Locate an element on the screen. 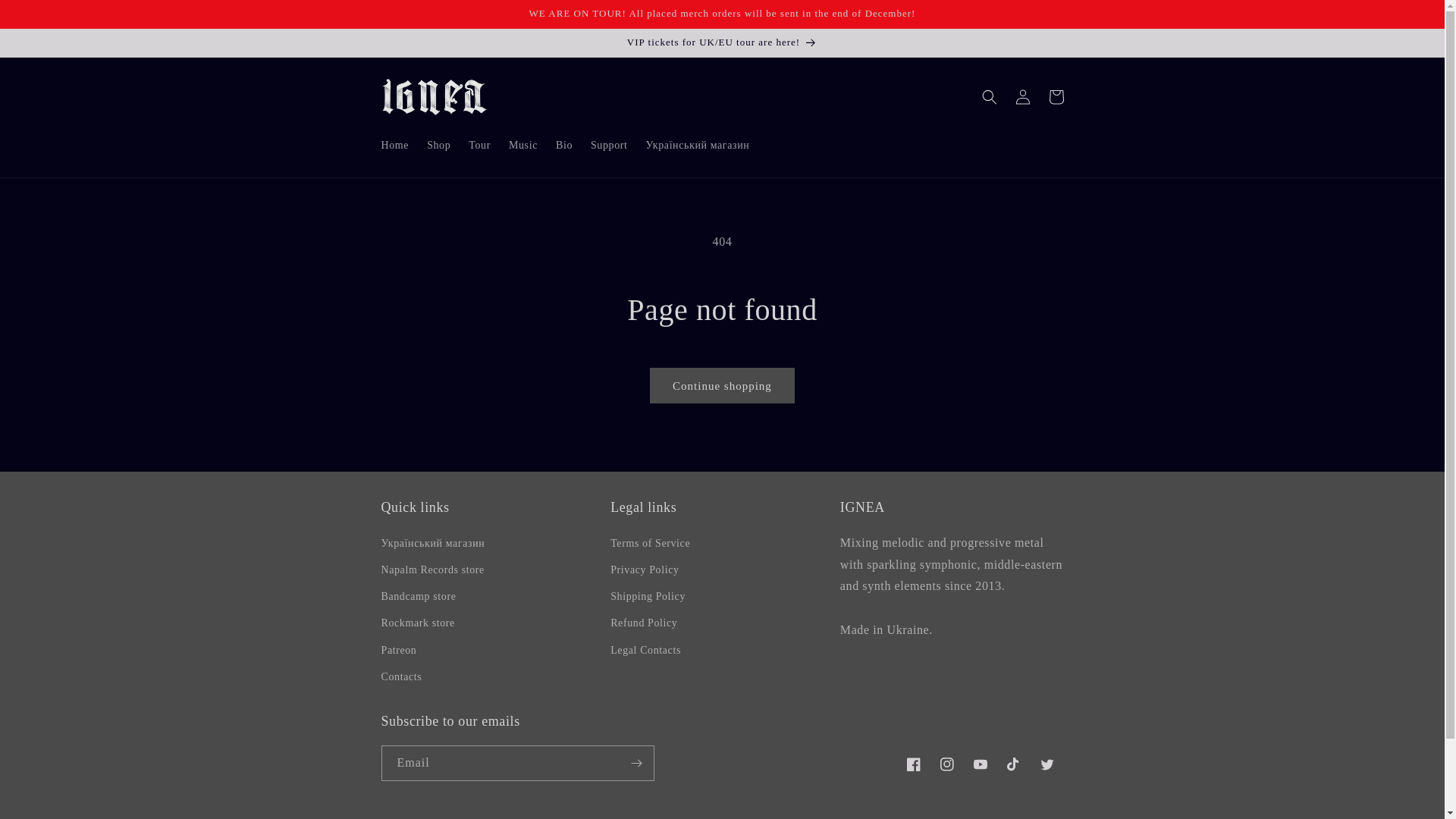 The width and height of the screenshot is (1456, 819). 'Tour' is located at coordinates (479, 146).